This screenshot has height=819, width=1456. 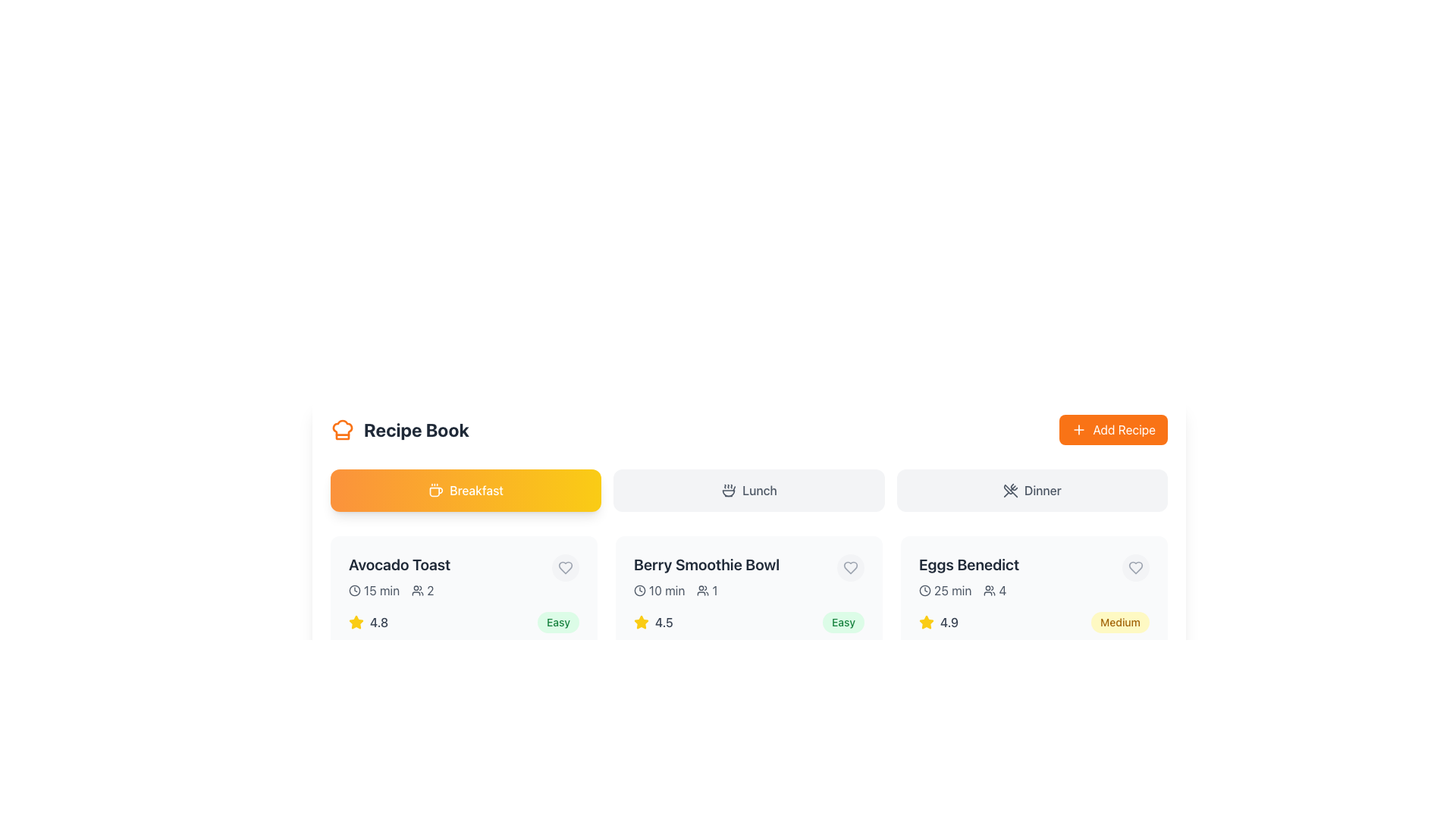 I want to click on the coffee cup icon on the 'Breakfast' button, so click(x=435, y=491).